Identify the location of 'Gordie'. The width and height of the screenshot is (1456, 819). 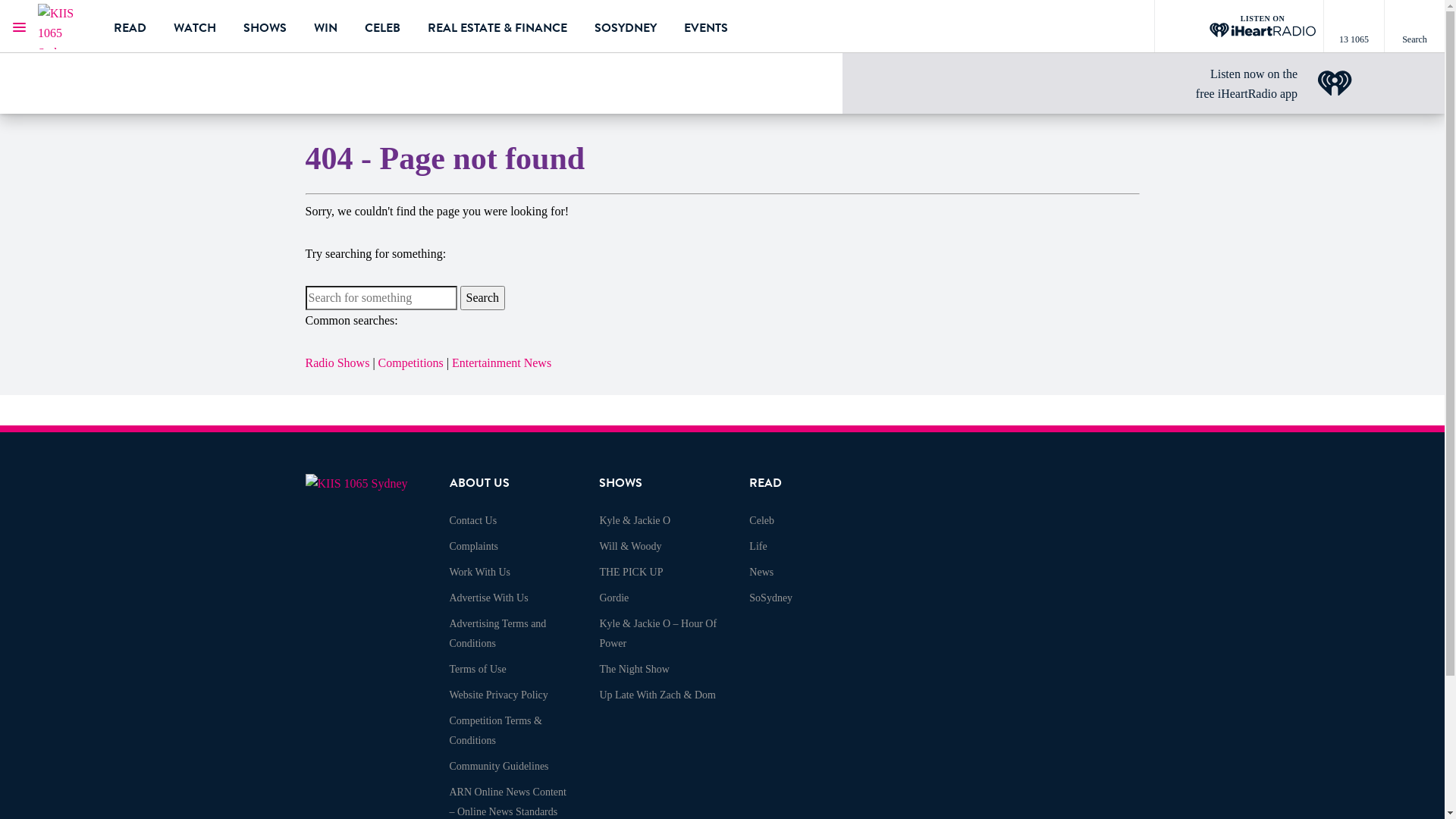
(613, 597).